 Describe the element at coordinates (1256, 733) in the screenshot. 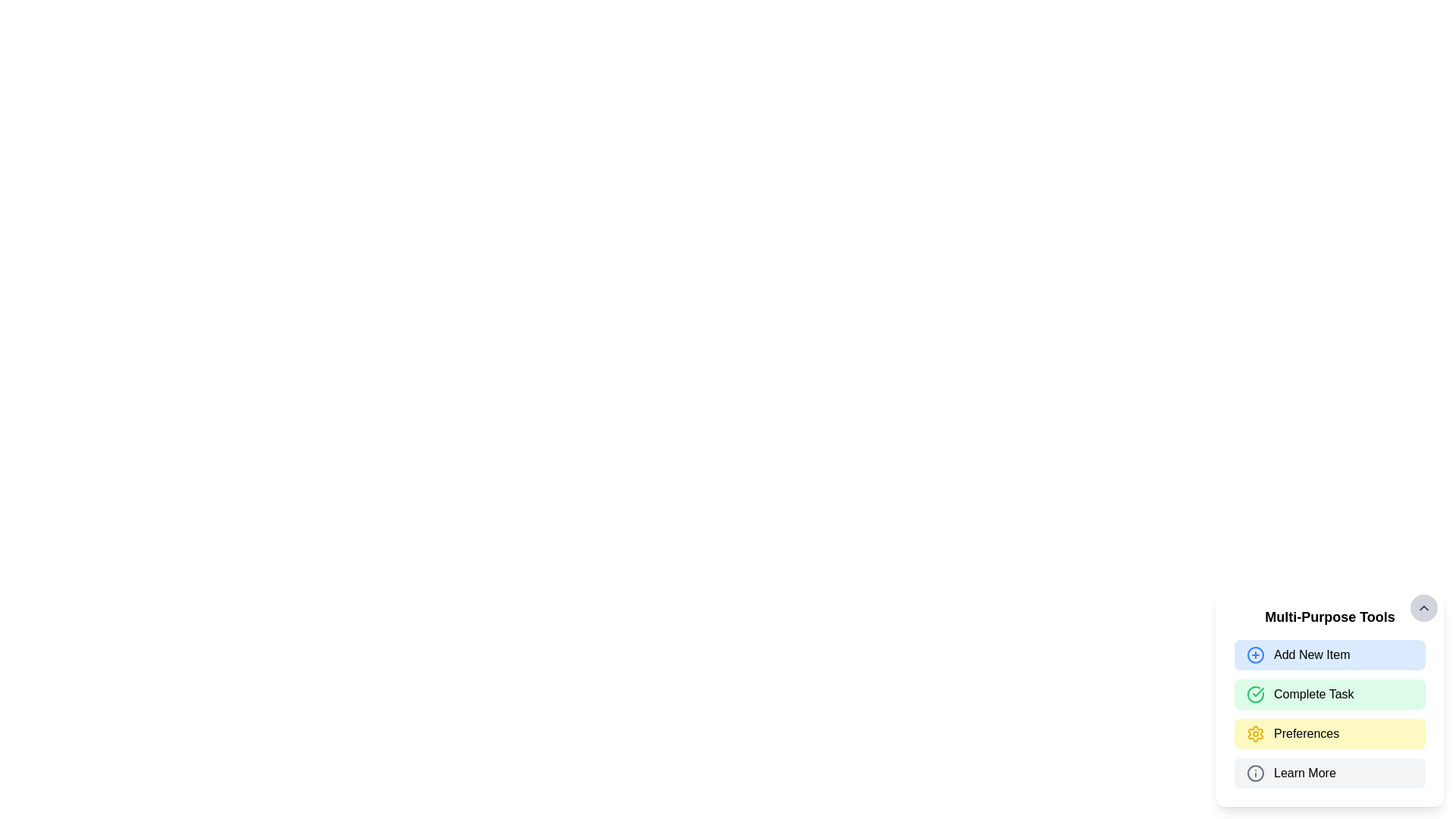

I see `settings icon represented by a golden yellow gear-shaped icon located at the bottom-right of the interface under the 'Preferences' section of the 'Multi-Purpose Tools' panel` at that location.